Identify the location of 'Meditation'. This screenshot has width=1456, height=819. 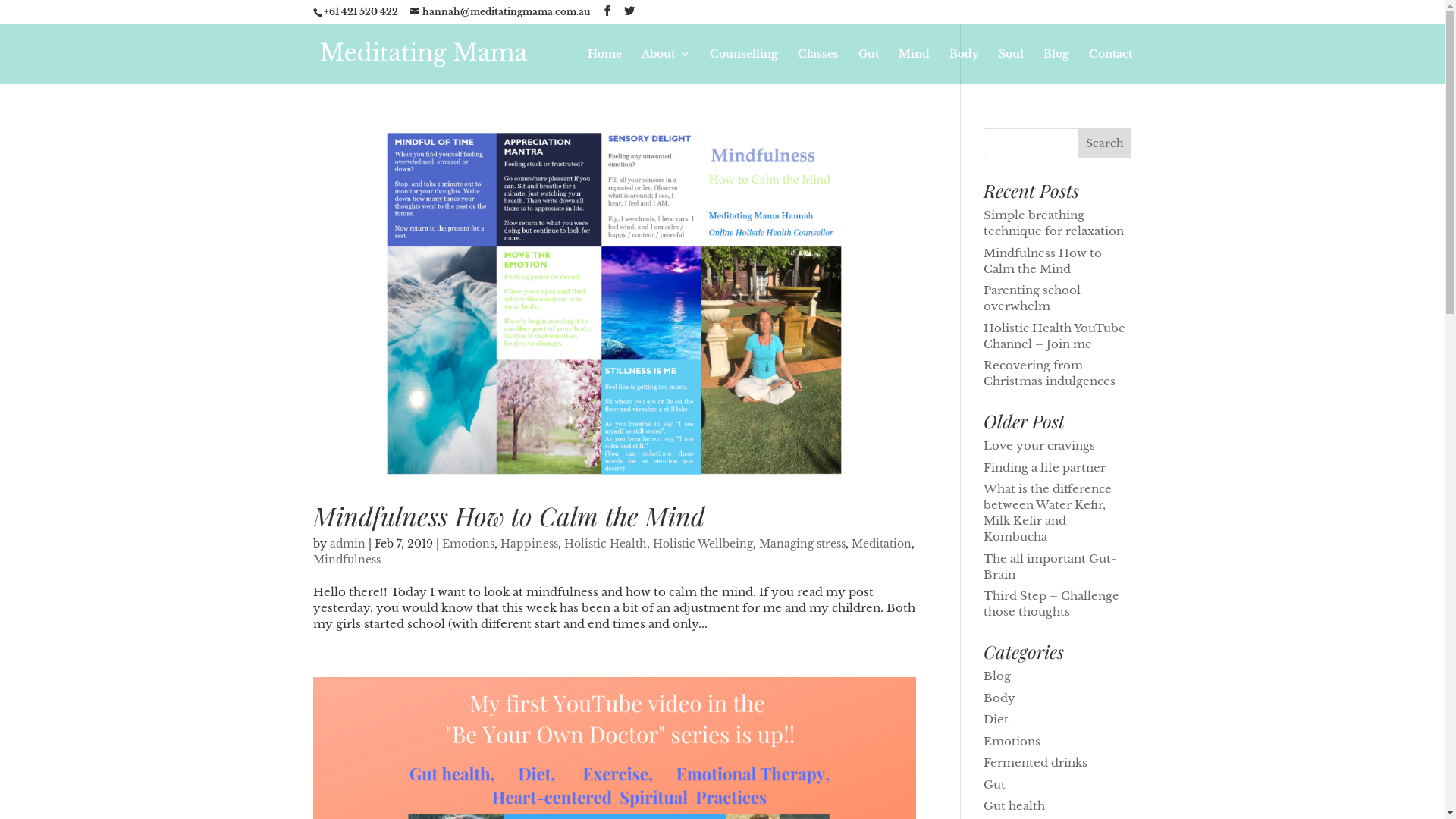
(880, 543).